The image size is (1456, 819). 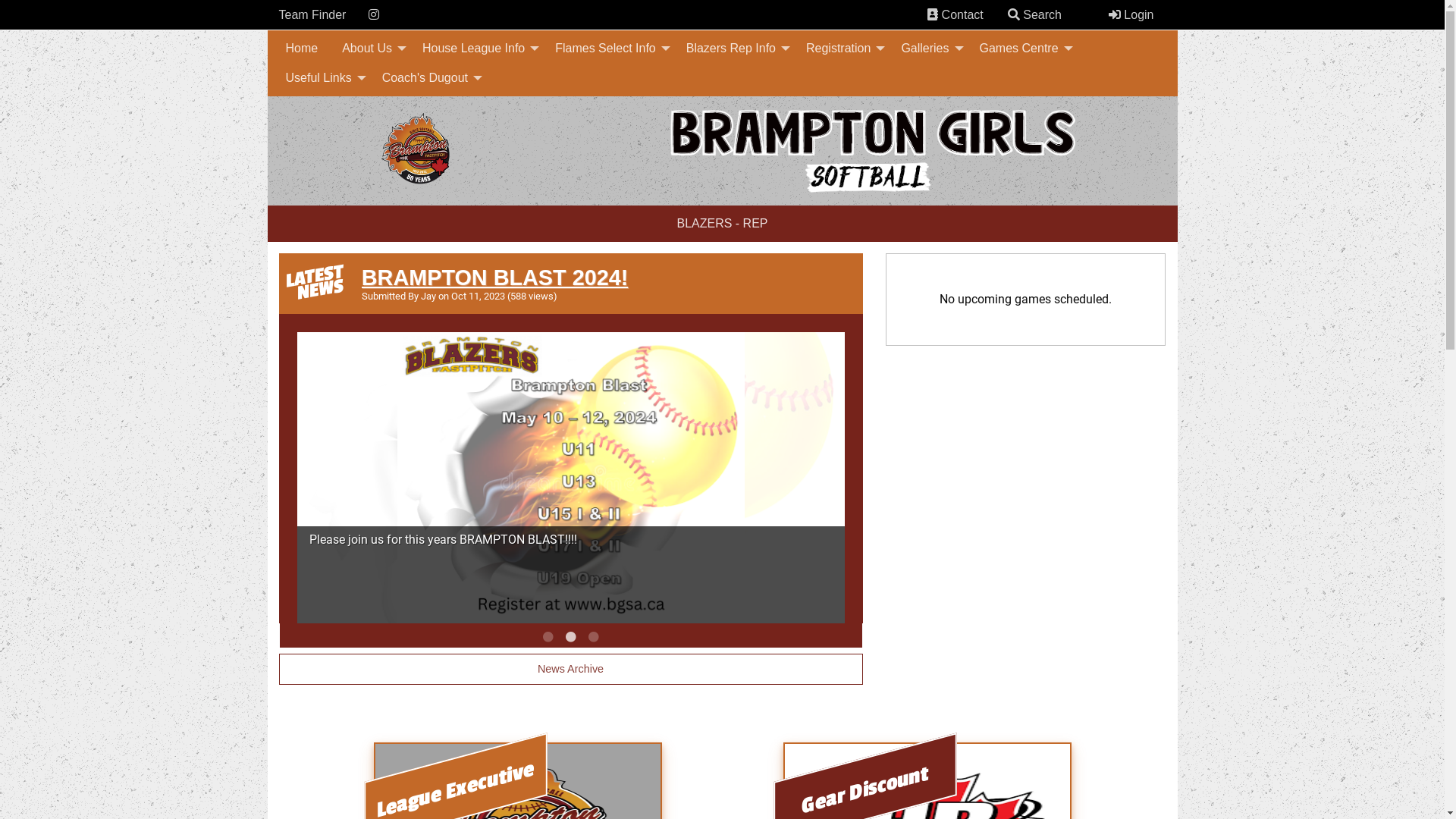 I want to click on '3', so click(x=585, y=637).